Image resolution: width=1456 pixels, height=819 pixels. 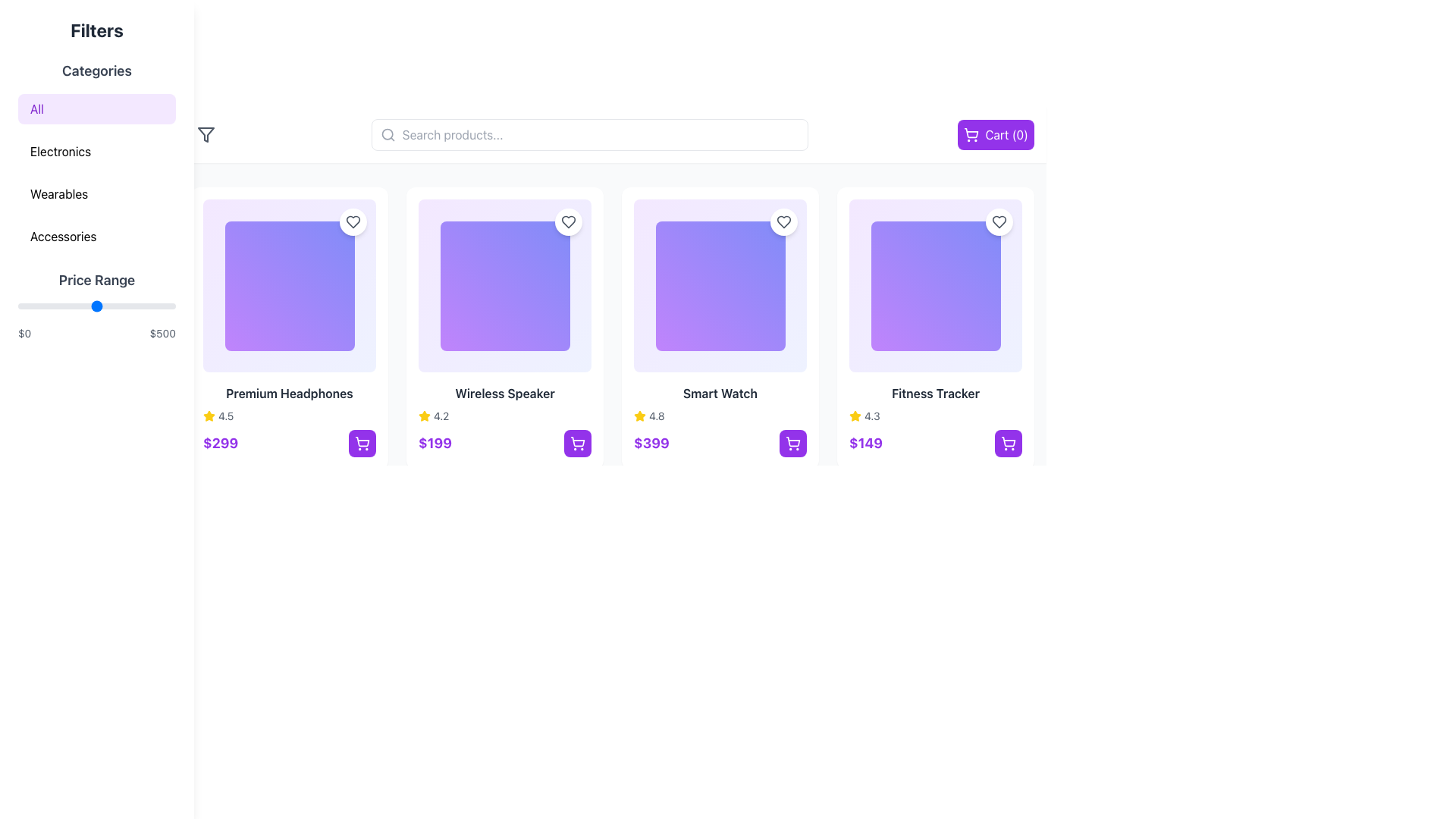 I want to click on the favorite button located at the top-right corner of the 'Smart Watch' product card, so click(x=783, y=222).